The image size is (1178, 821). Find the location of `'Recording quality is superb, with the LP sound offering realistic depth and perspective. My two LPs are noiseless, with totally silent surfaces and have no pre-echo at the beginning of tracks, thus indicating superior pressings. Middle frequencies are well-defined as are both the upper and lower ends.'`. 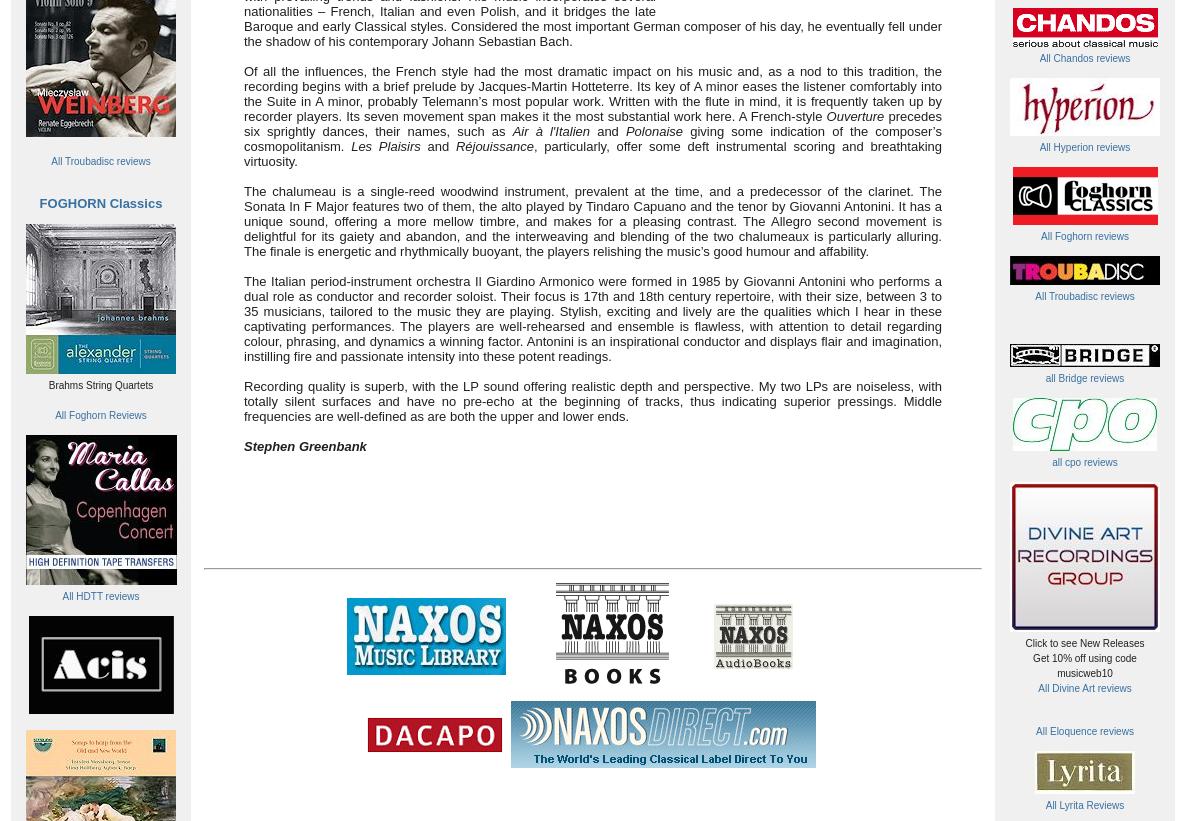

'Recording quality is superb, with the LP sound offering realistic depth and perspective. My two LPs are noiseless, with totally silent surfaces and have no pre-echo at the beginning of tracks, thus indicating superior pressings. Middle frequencies are well-defined as are both the upper and lower ends.' is located at coordinates (242, 399).